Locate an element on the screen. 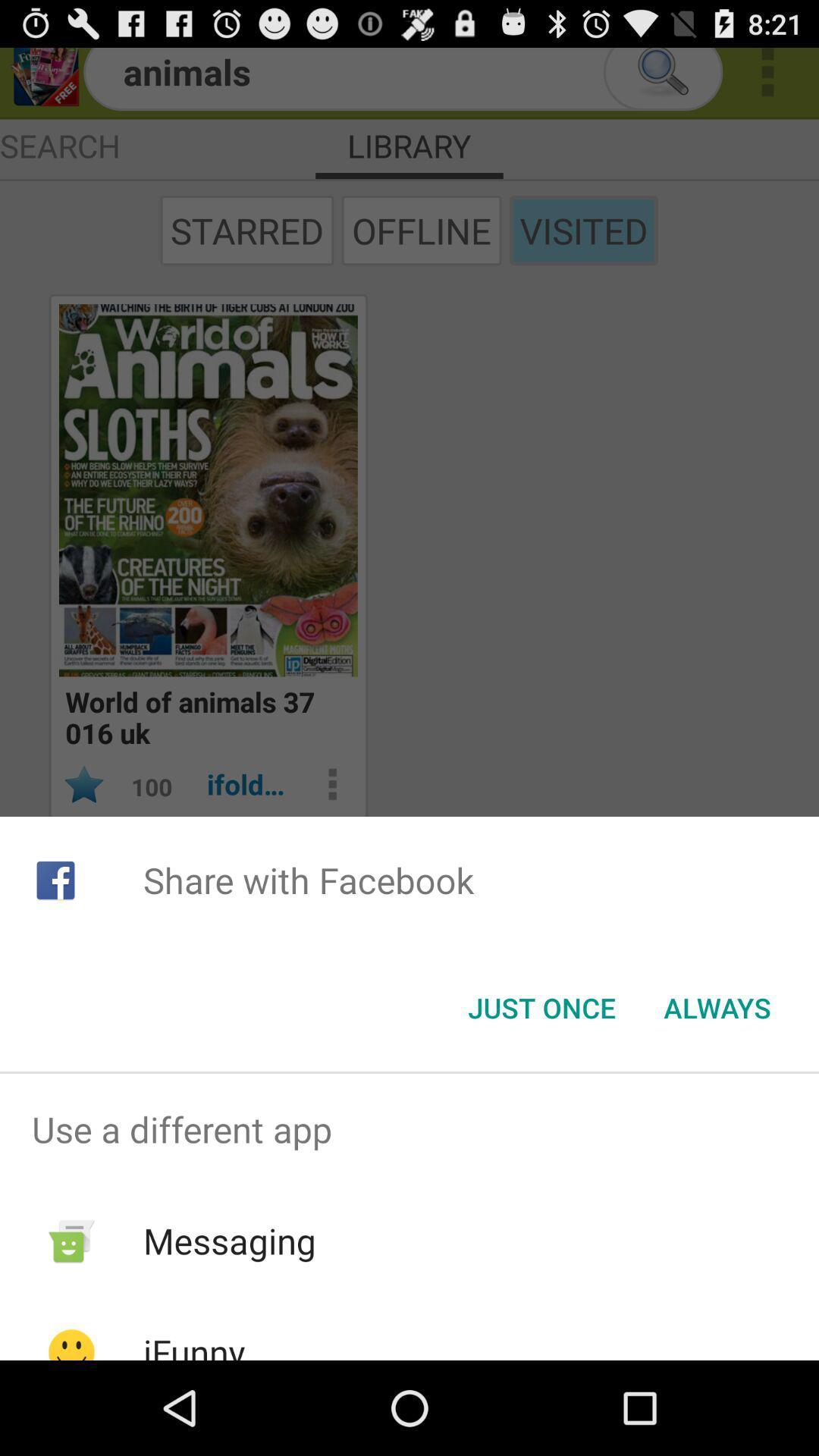 This screenshot has height=1456, width=819. messaging app is located at coordinates (230, 1241).